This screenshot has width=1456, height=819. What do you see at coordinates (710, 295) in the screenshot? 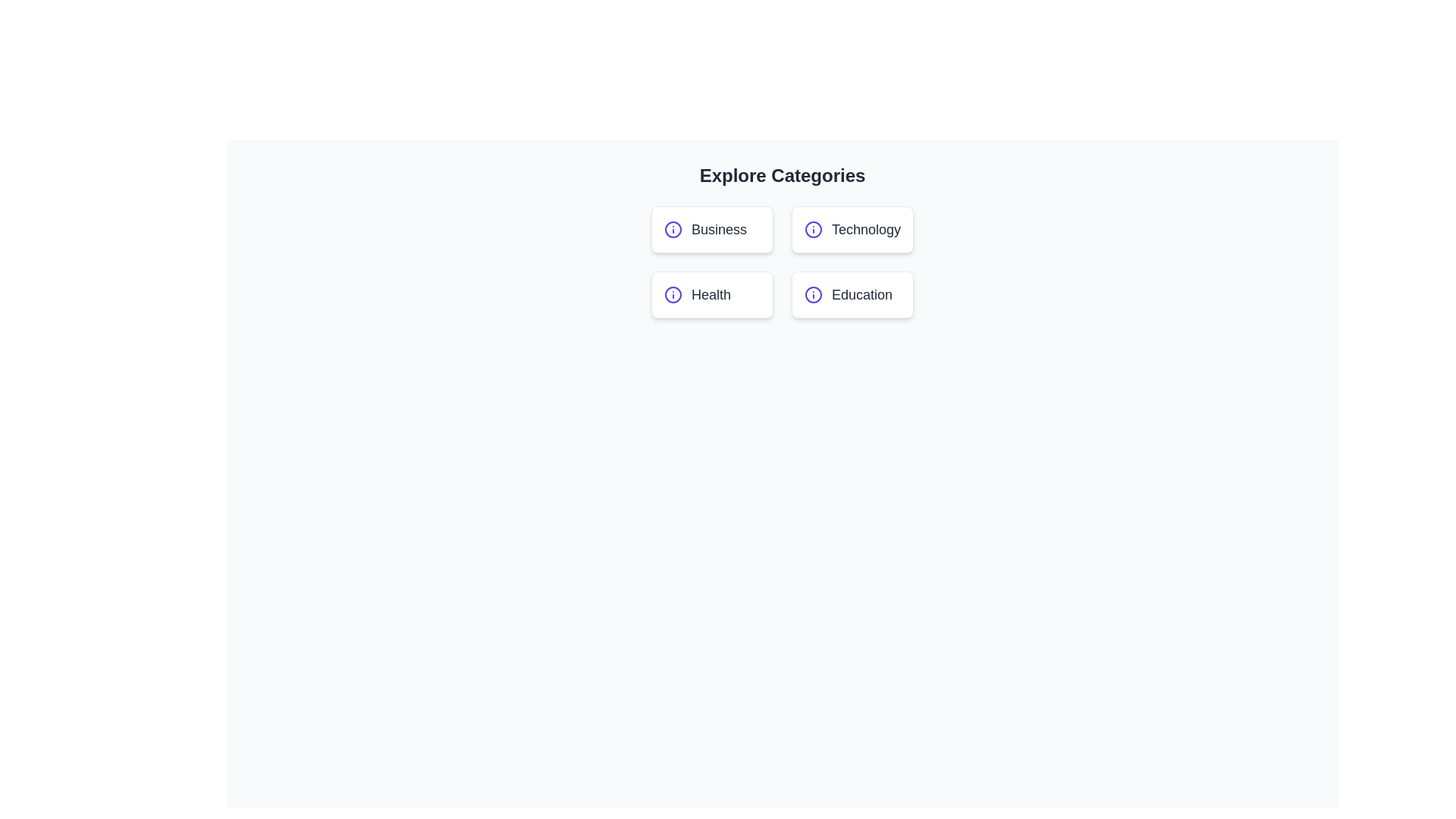
I see `text content of the 'Health' text label that is styled in a medium-sized gray font and located within the 'Health' category card under 'Explore Categories'` at bounding box center [710, 295].